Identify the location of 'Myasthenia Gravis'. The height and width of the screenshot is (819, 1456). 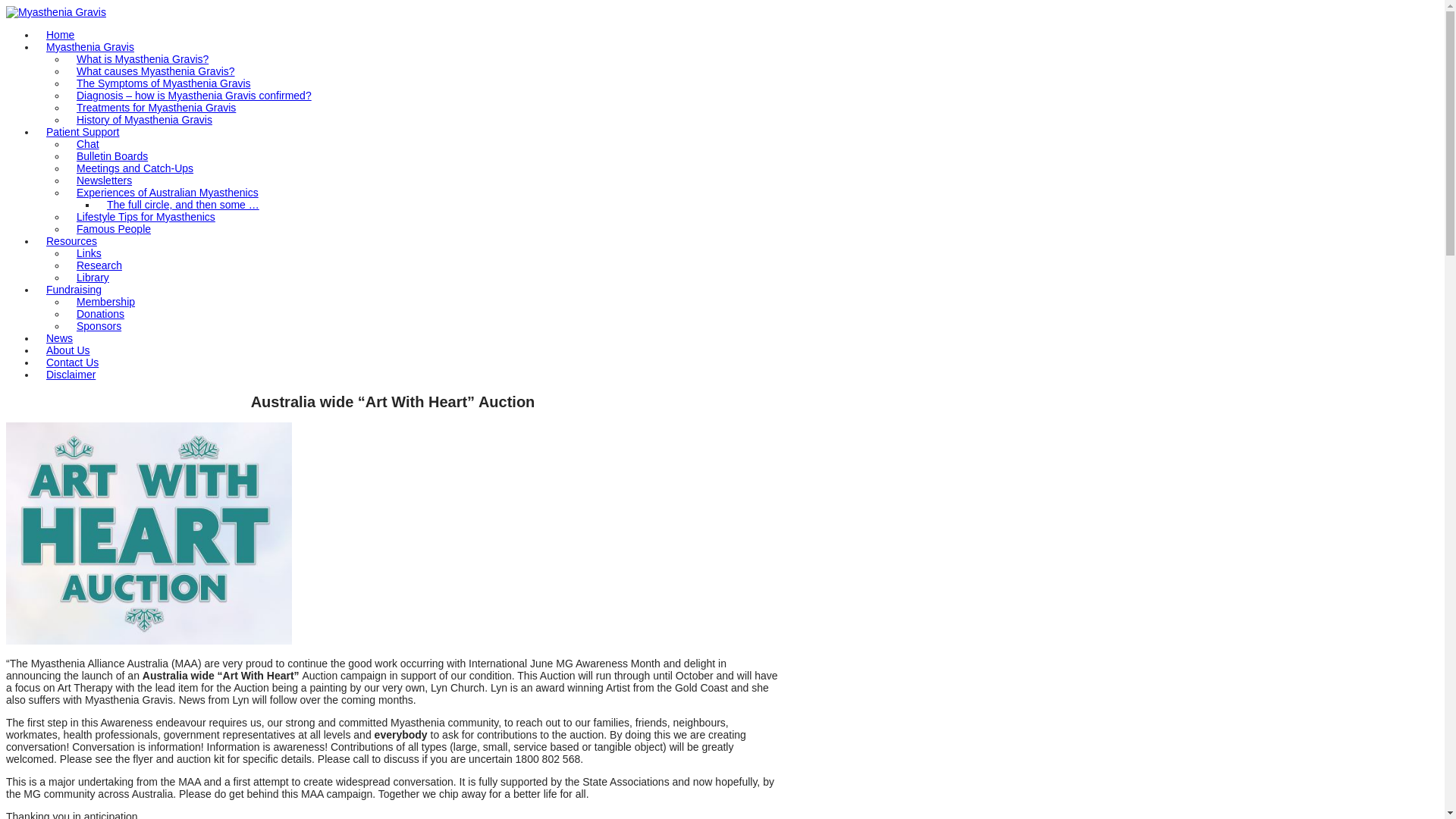
(89, 45).